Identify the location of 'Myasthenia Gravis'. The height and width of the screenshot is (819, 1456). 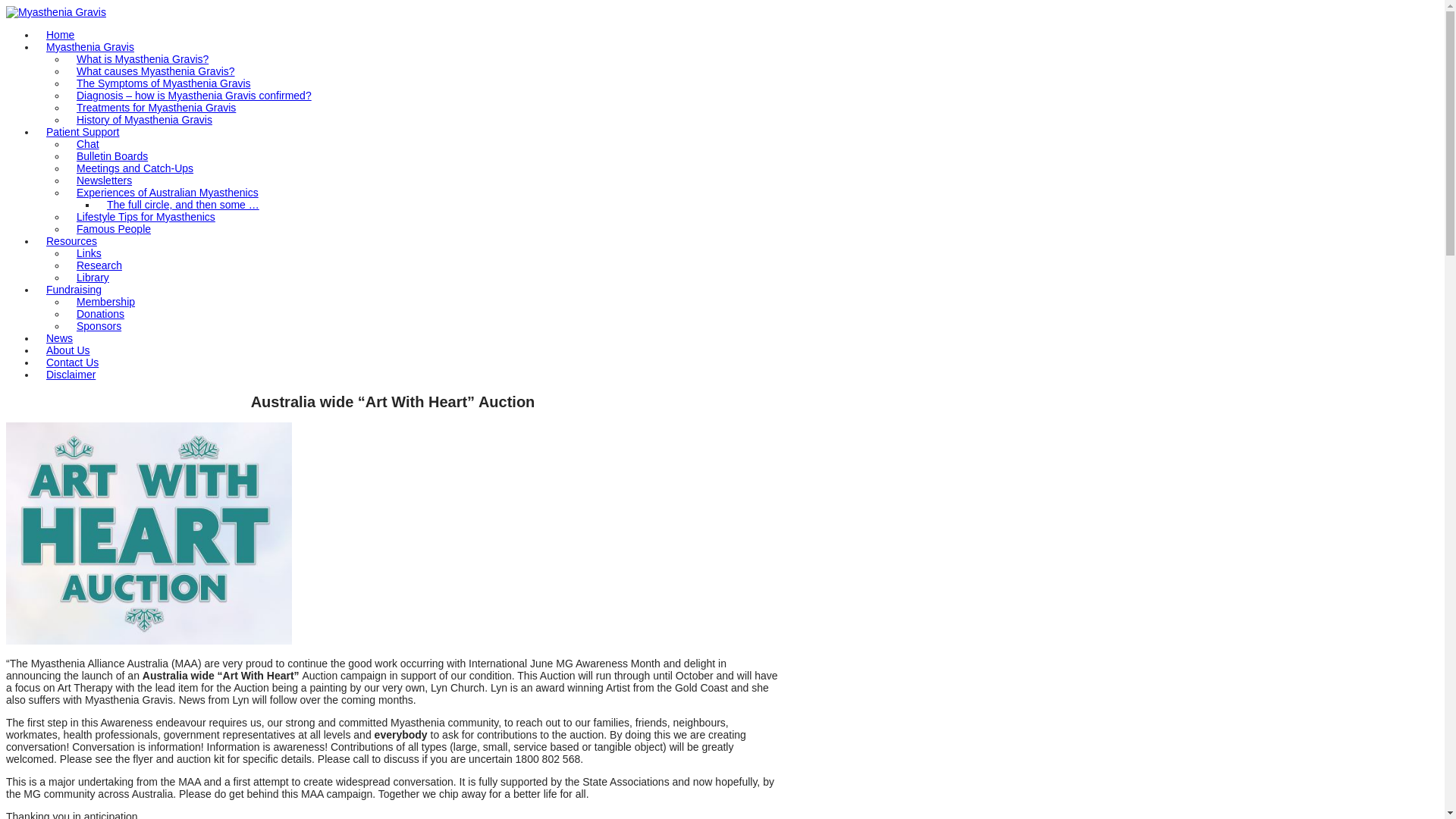
(89, 45).